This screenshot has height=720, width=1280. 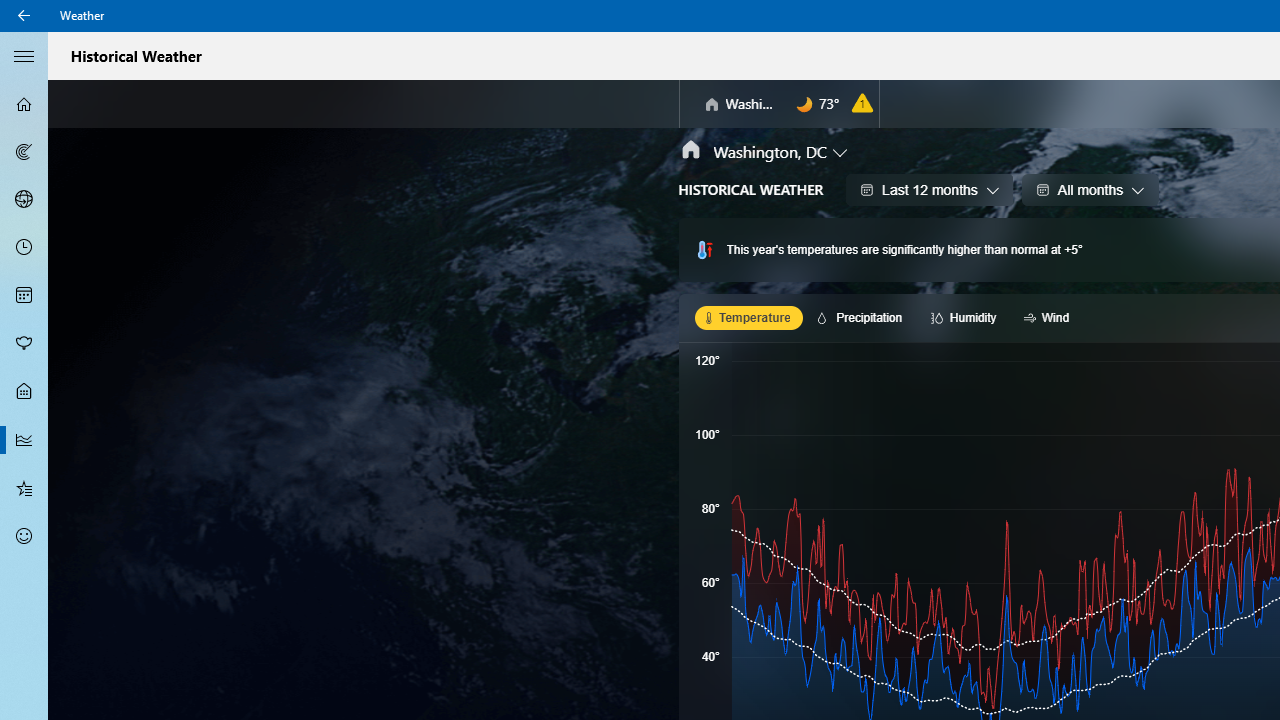 What do you see at coordinates (24, 104) in the screenshot?
I see `'Forecast - Not Selected'` at bounding box center [24, 104].